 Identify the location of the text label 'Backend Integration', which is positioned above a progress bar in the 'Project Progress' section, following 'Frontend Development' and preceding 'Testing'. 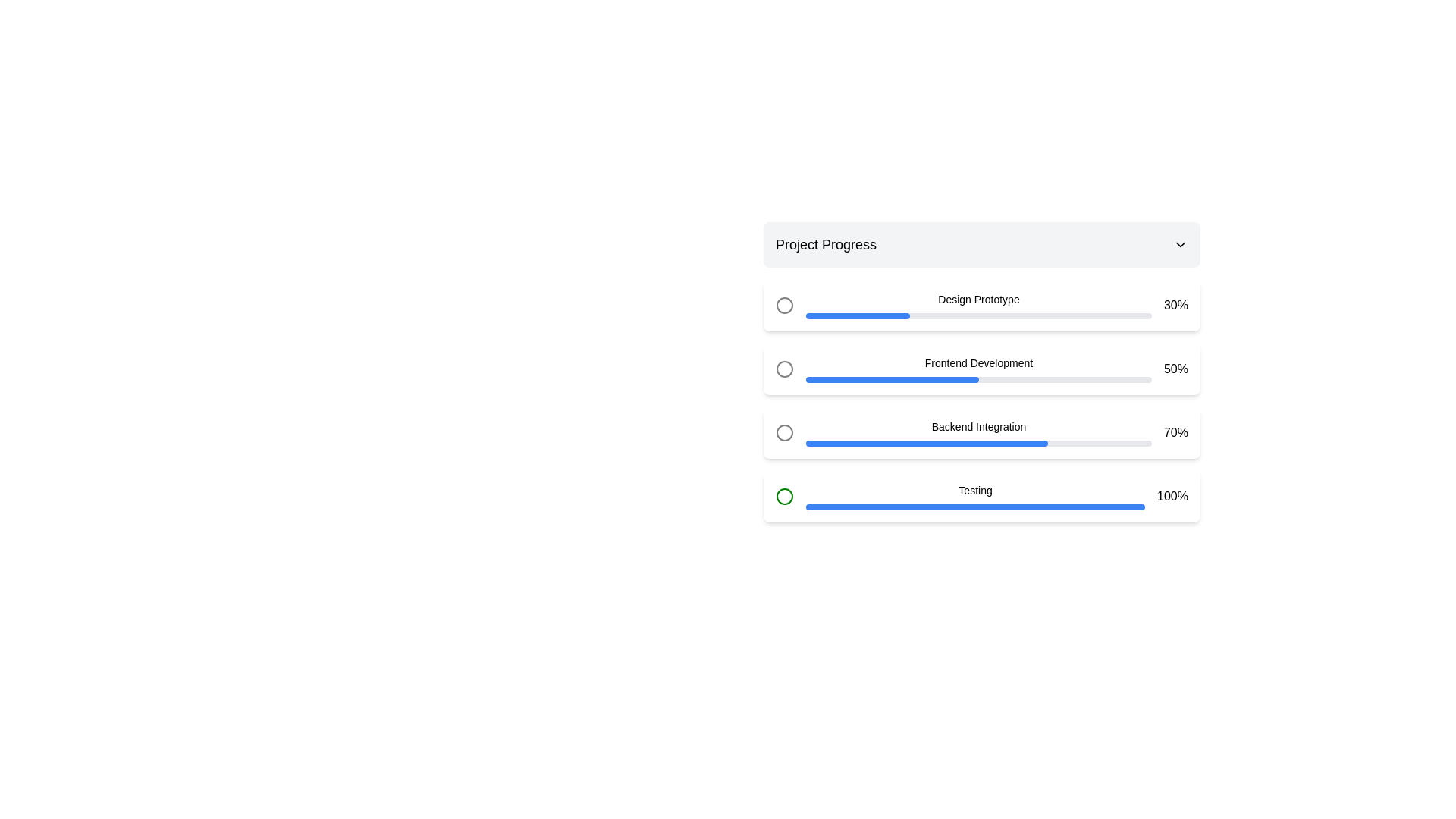
(979, 432).